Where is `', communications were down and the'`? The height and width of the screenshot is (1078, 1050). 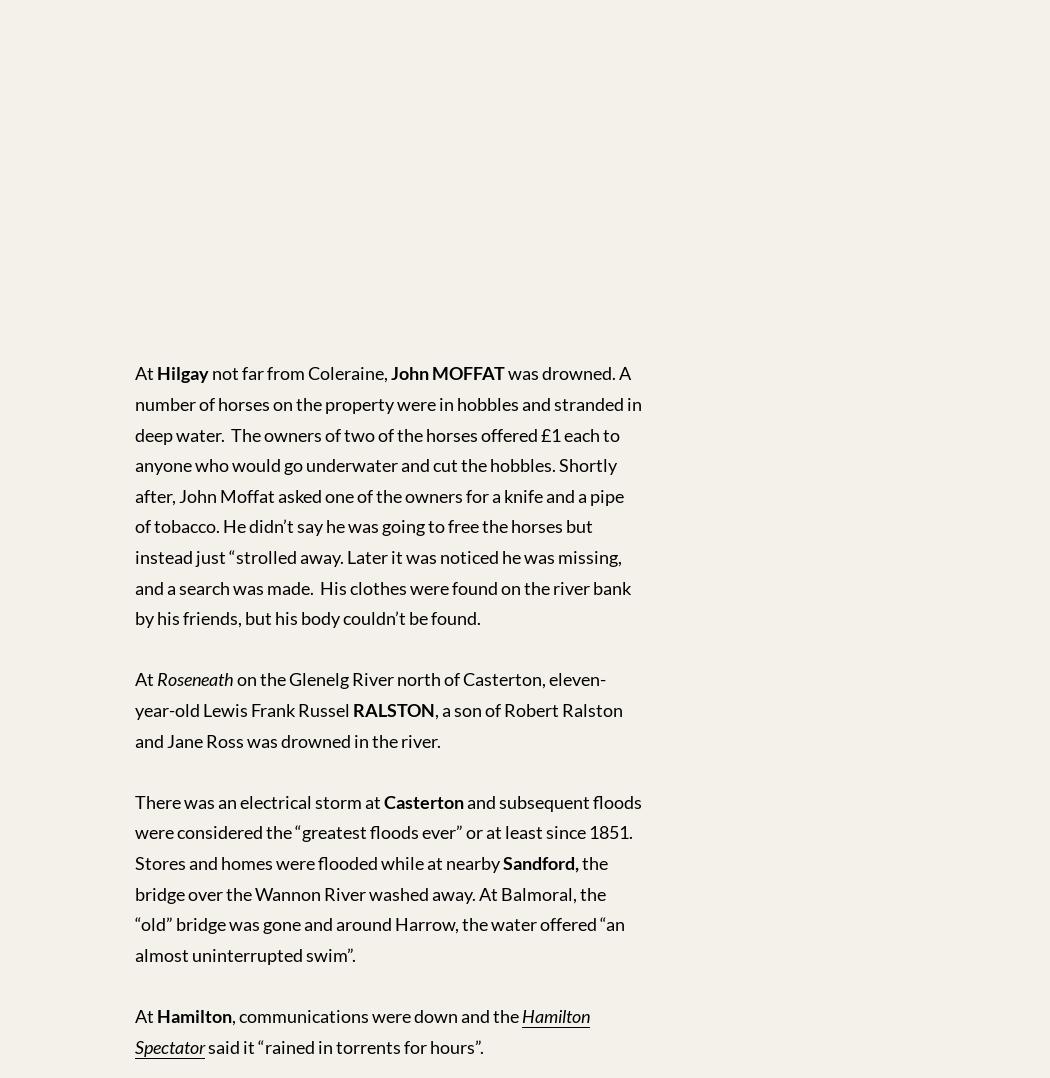 ', communications were down and the' is located at coordinates (376, 1014).